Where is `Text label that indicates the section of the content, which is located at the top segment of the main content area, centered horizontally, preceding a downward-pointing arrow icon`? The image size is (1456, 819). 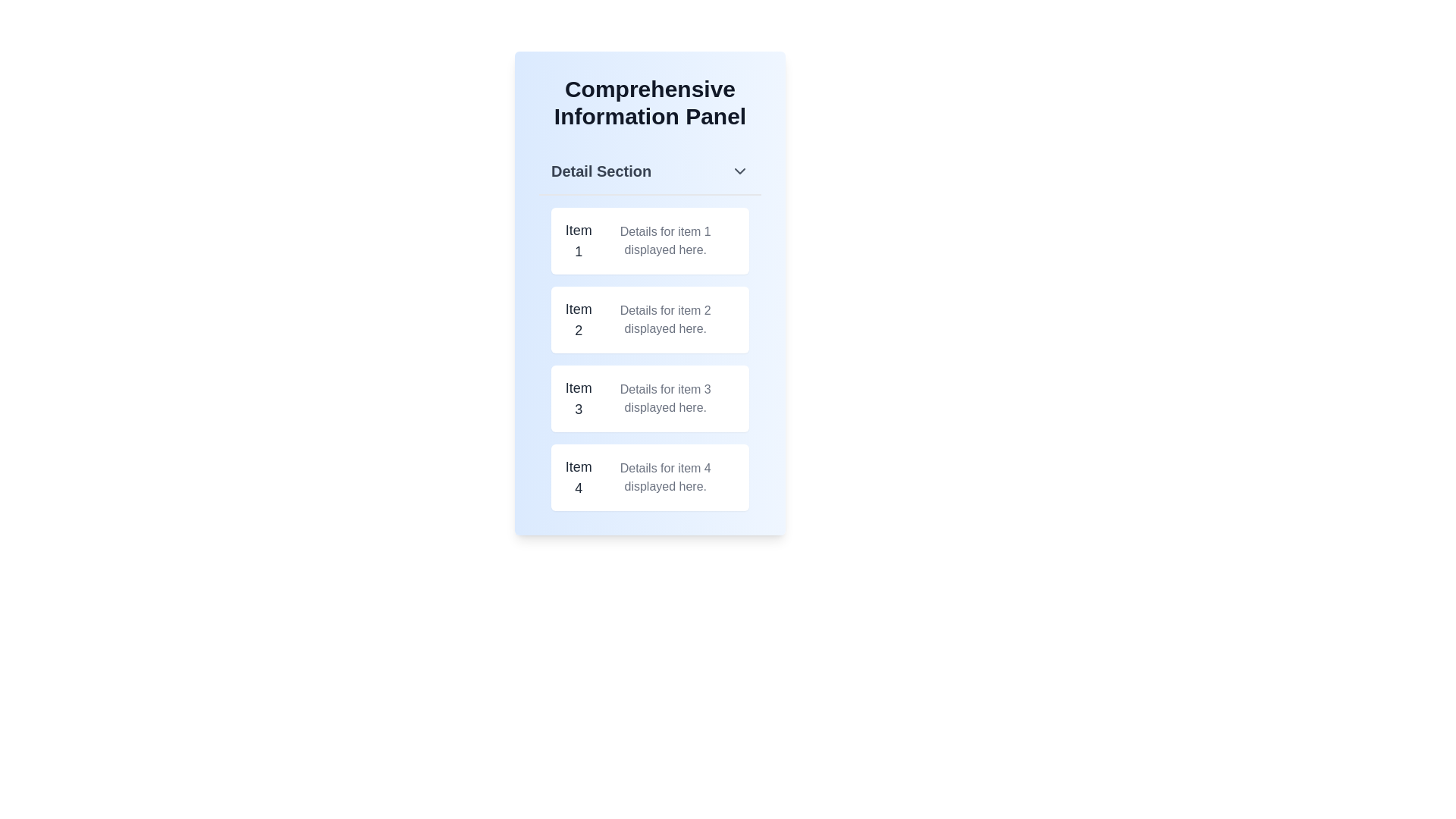 Text label that indicates the section of the content, which is located at the top segment of the main content area, centered horizontally, preceding a downward-pointing arrow icon is located at coordinates (601, 171).